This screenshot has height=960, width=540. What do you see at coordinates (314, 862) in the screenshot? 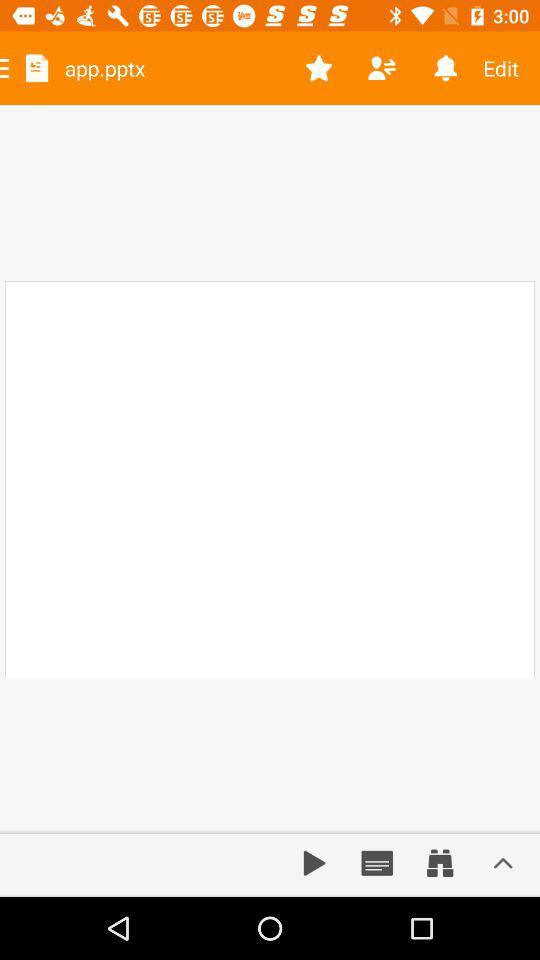
I see `play` at bounding box center [314, 862].